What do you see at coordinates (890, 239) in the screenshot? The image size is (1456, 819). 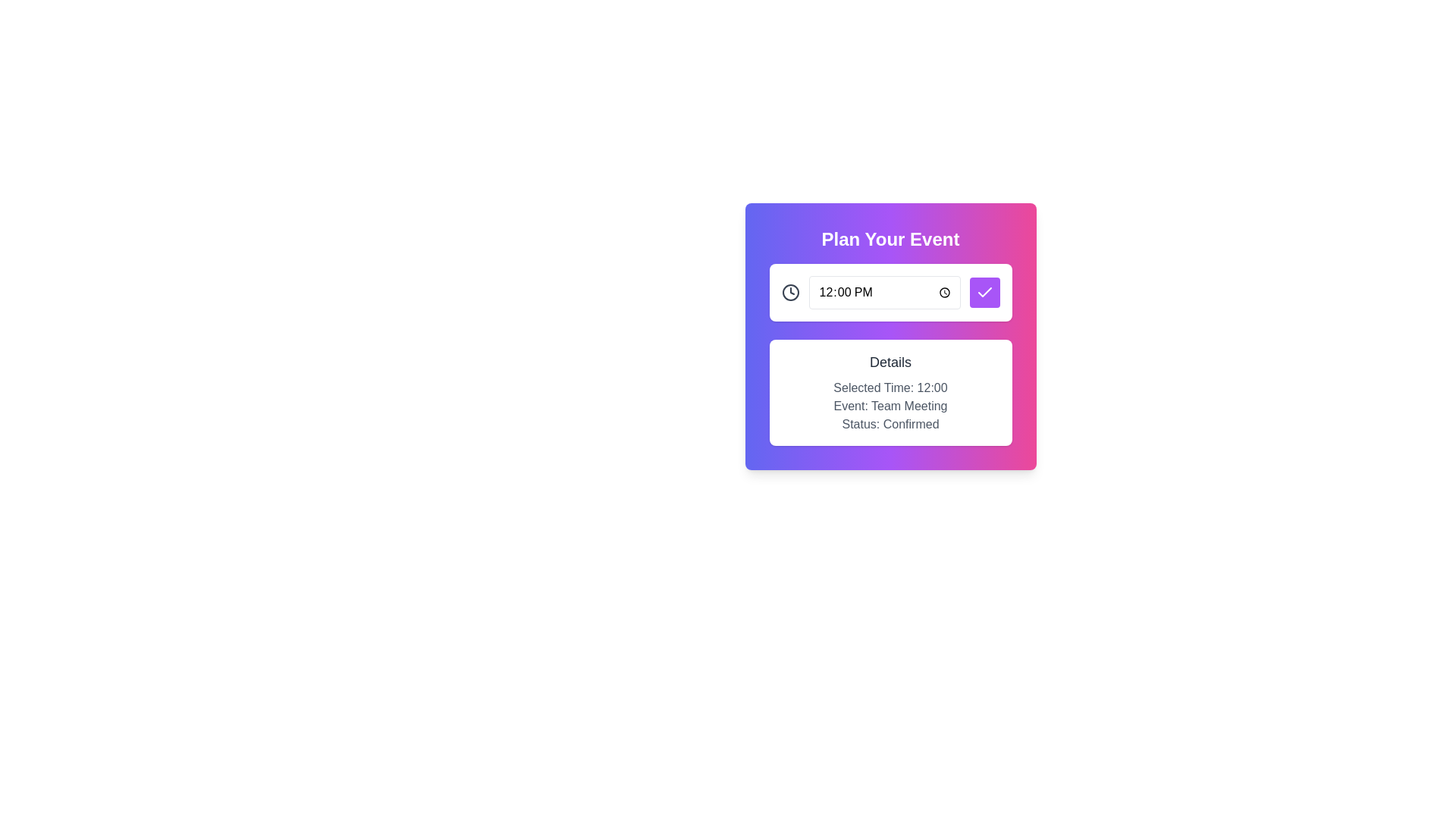 I see `the static text heading located at the top of the event planning interface, which describes the purpose of the surrounding information` at bounding box center [890, 239].